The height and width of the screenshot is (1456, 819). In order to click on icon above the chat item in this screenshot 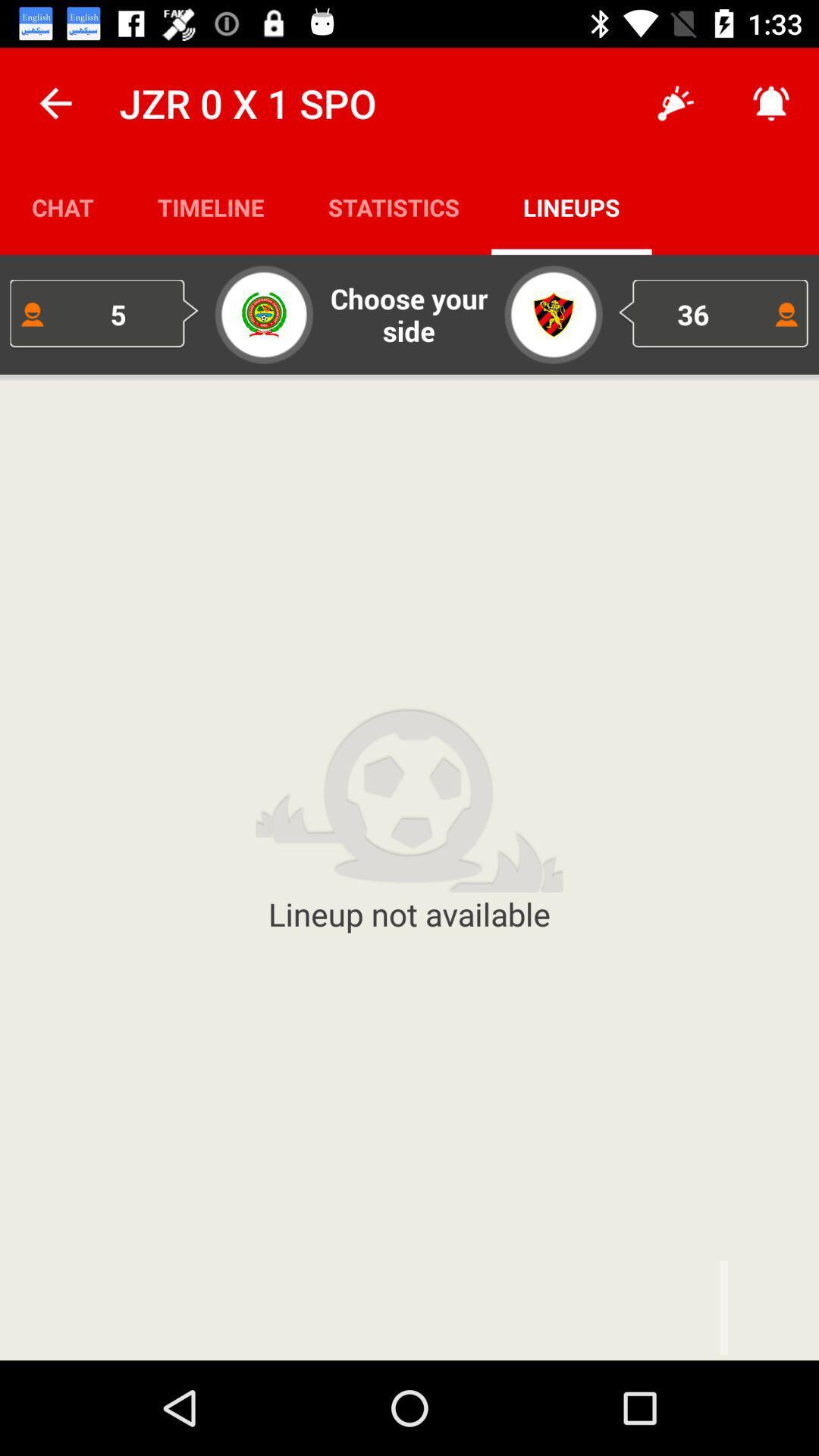, I will do `click(55, 102)`.